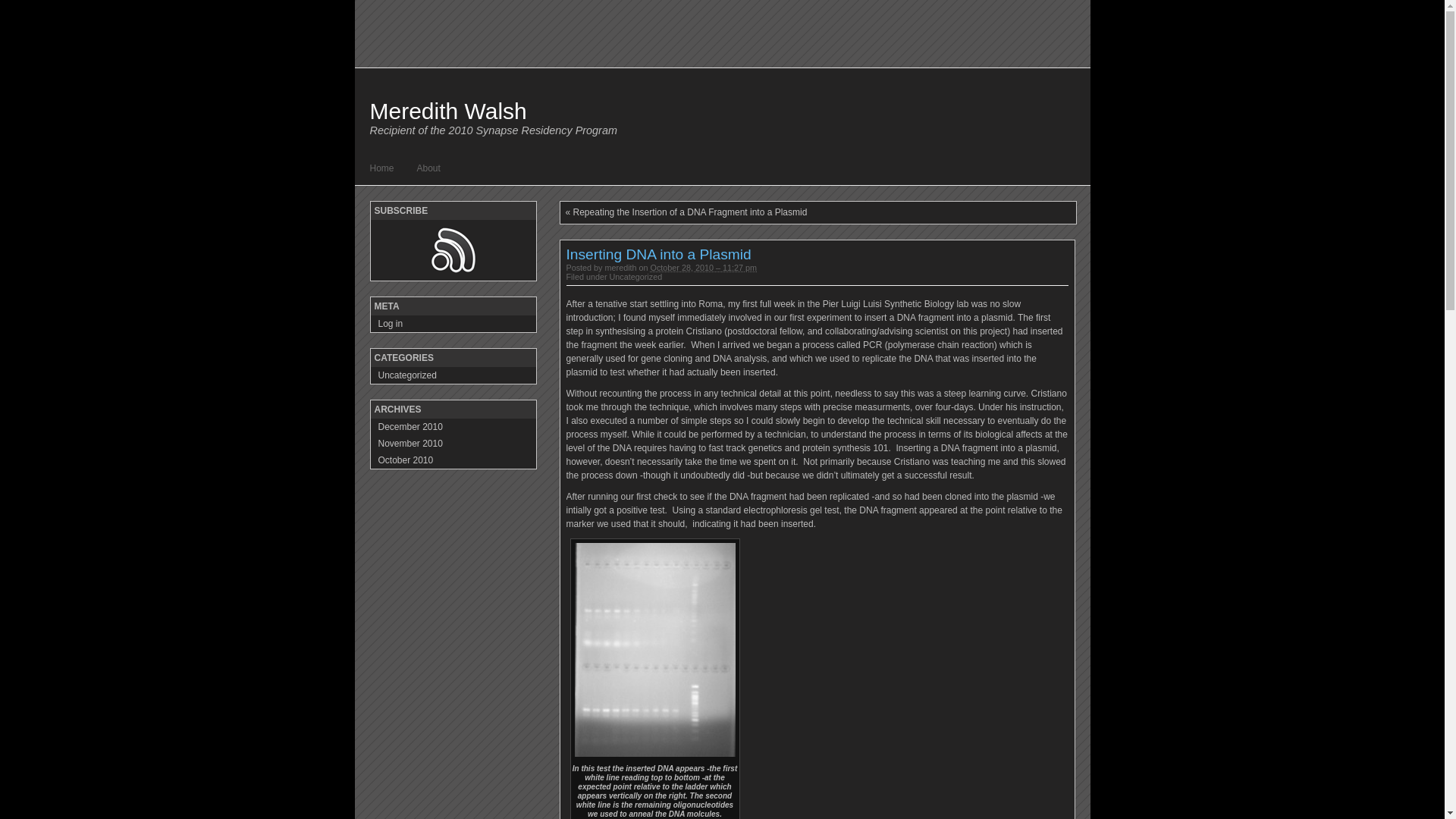  I want to click on 'Subscribe to Meredith Walsh', so click(453, 249).